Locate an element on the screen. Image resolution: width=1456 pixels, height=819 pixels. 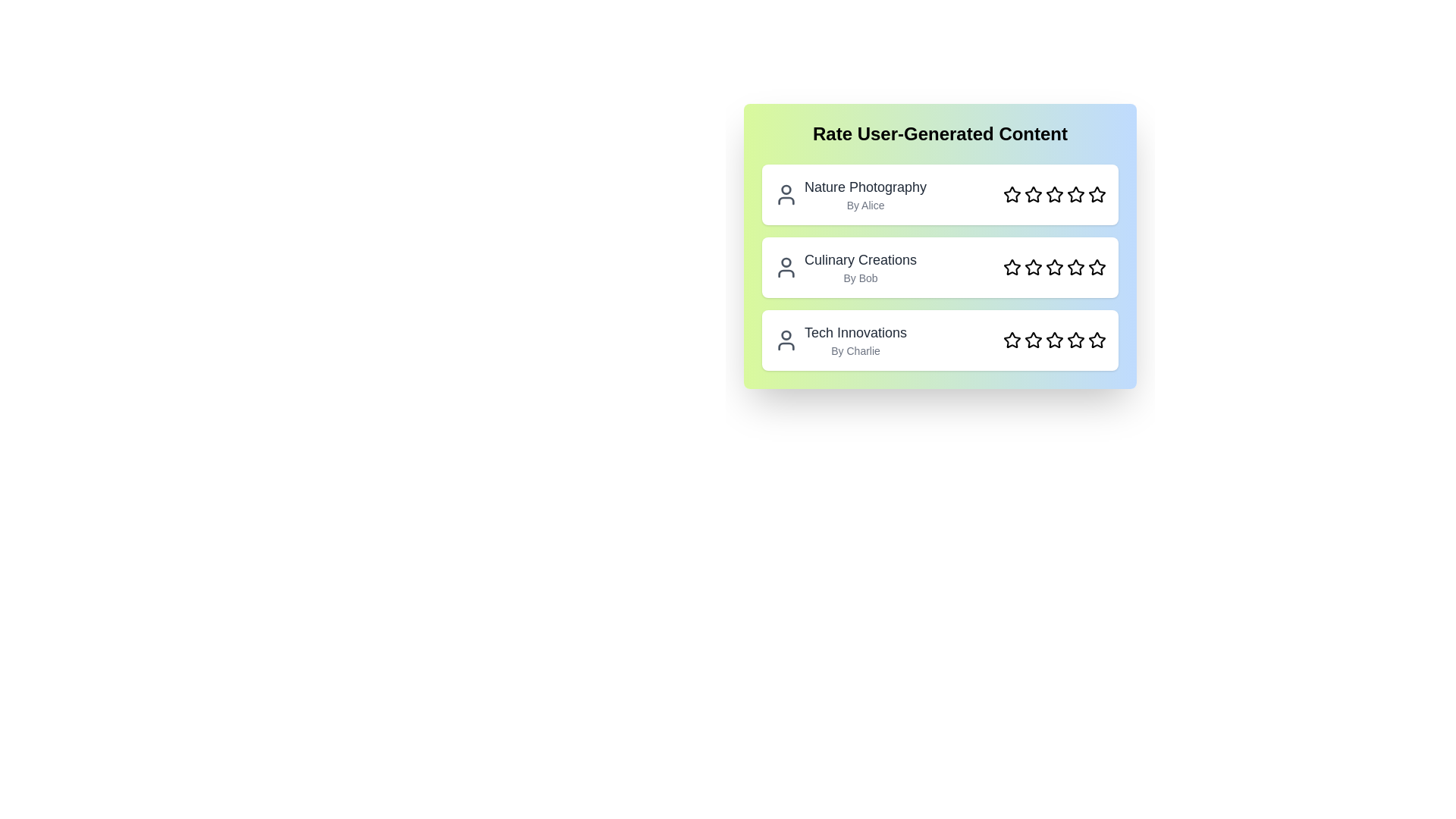
the user icon to open additional actions for the user is located at coordinates (786, 194).